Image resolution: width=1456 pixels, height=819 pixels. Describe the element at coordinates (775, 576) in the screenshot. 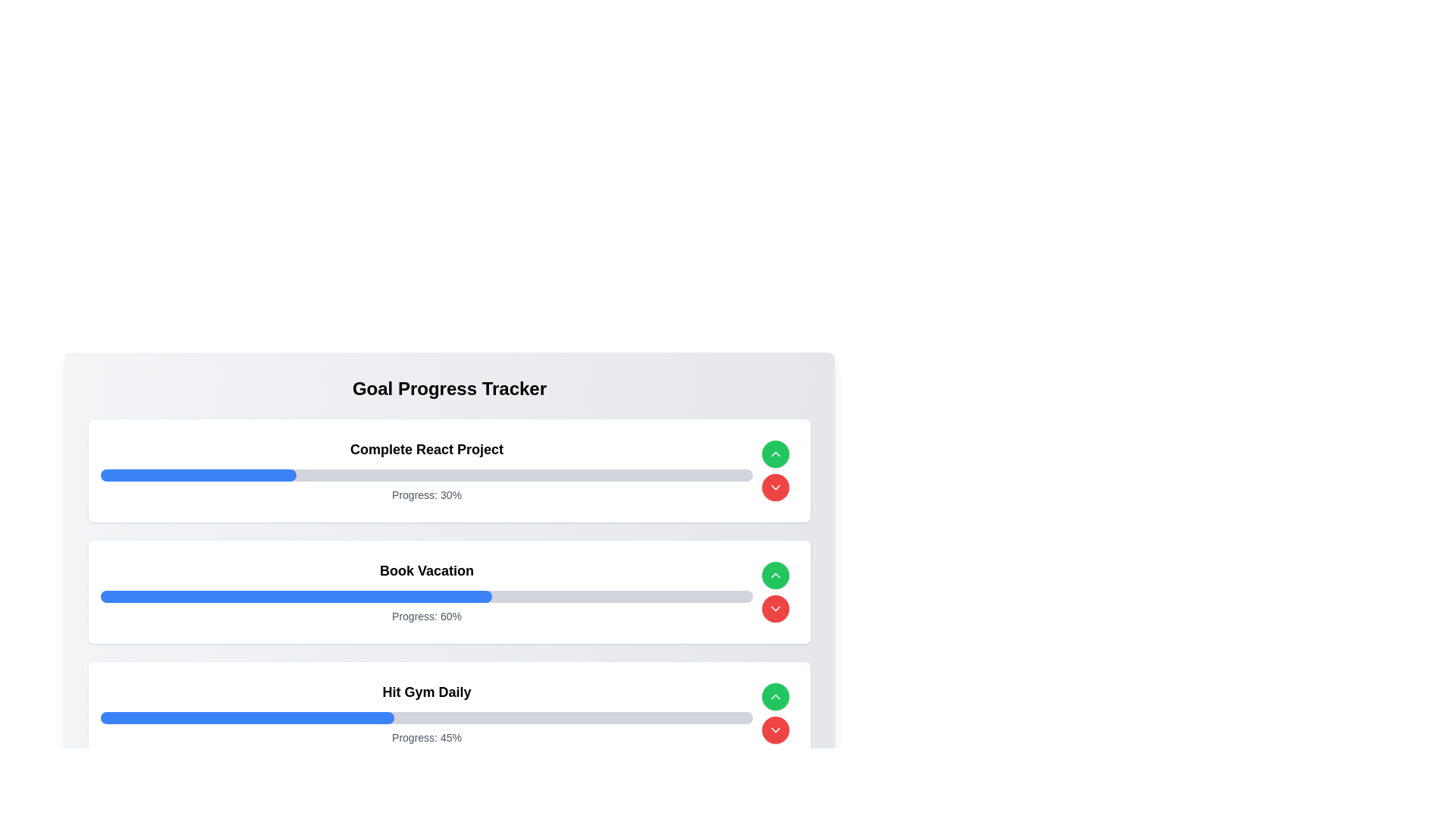

I see `the increase icon located at the top-right corner of the 'Book Vacation' task card, which is inside a green circular button` at that location.